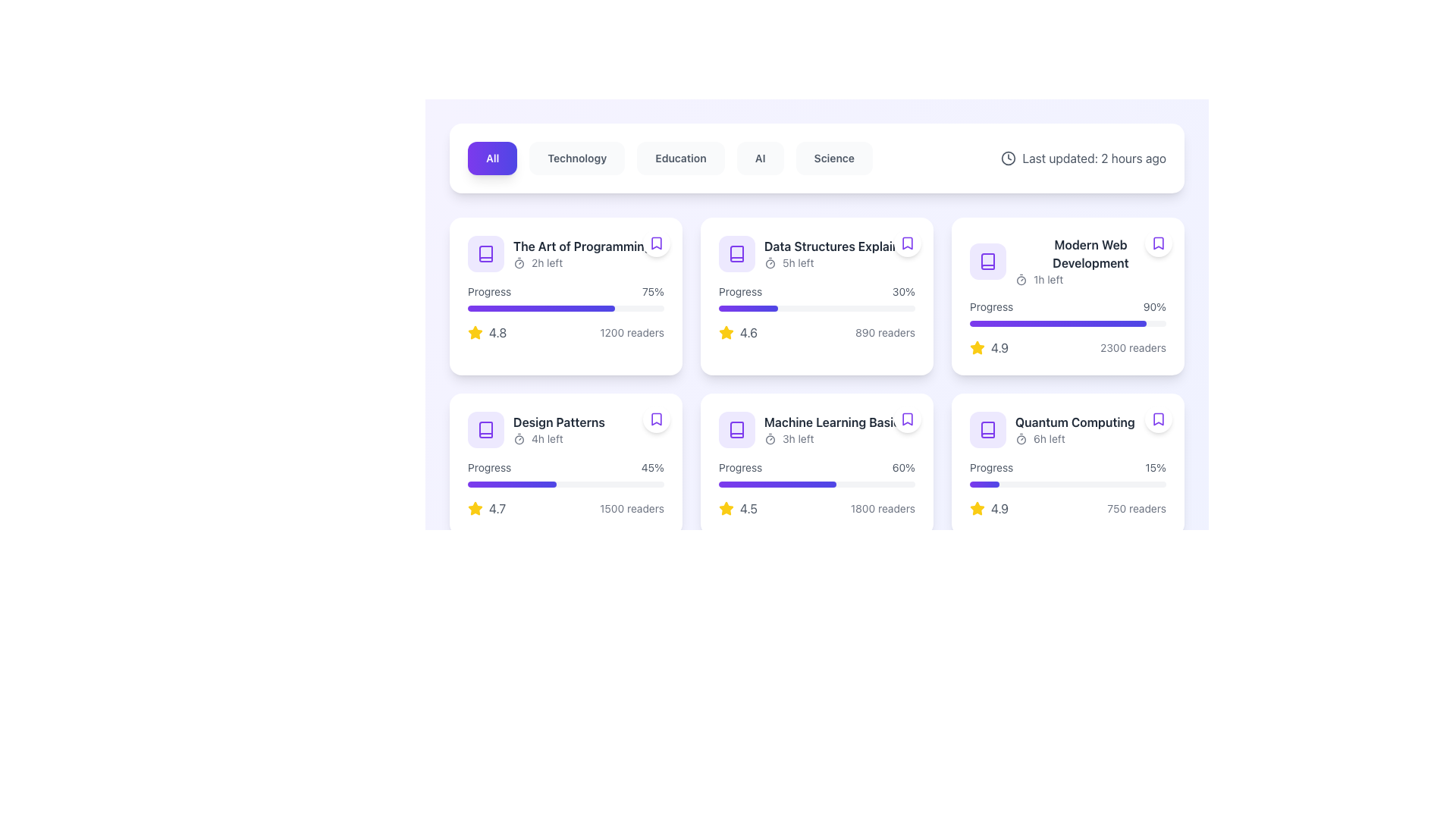 The width and height of the screenshot is (1456, 819). I want to click on the label displaying '90%' that is right-aligned and positioned next to the 'Progress' text in the content card for 'Modern Web Development', so click(1153, 307).